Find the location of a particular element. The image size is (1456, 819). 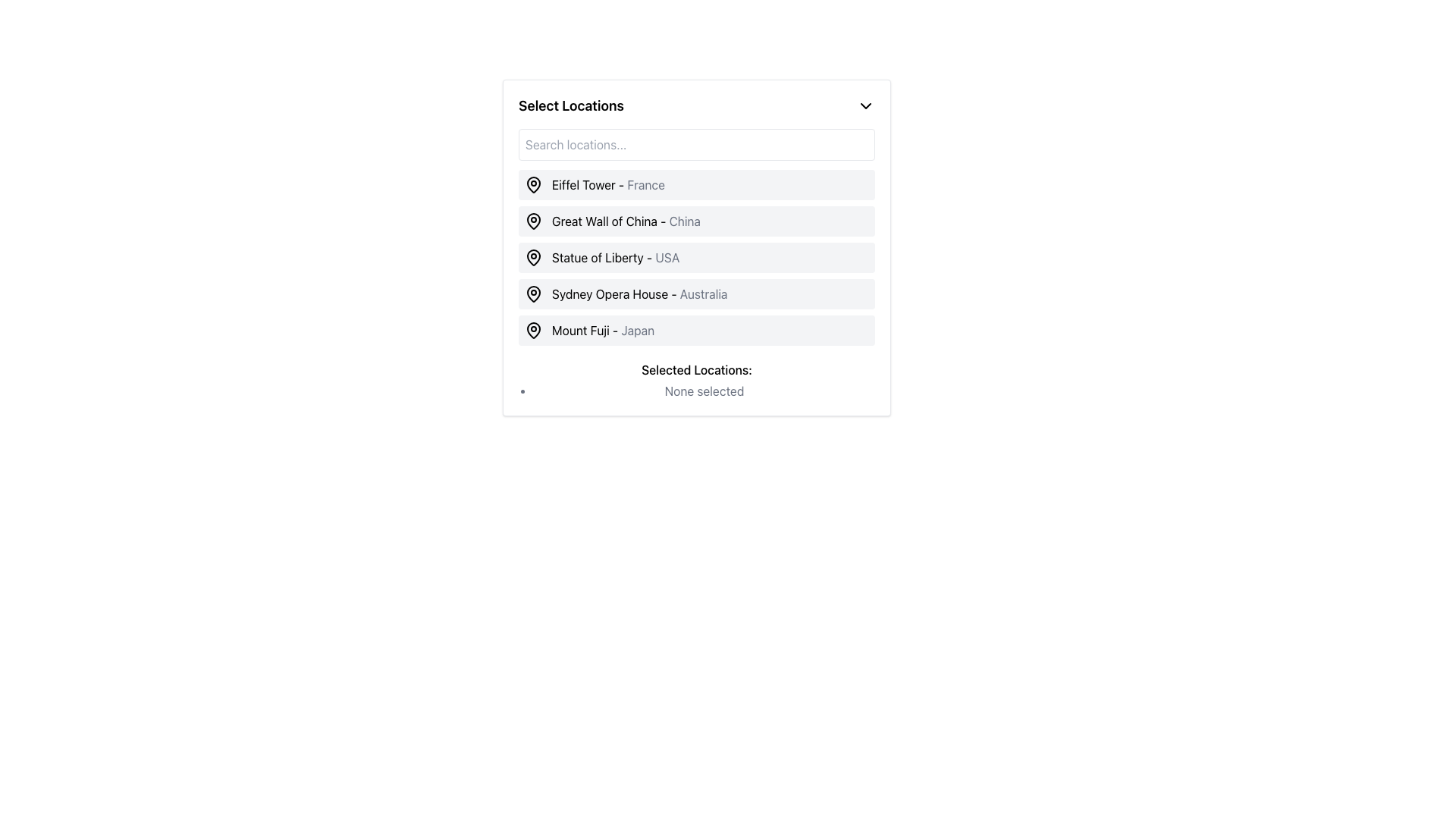

the selectable option for the Great Wall of China in the 'Select Locations' dropdown menu is located at coordinates (612, 221).